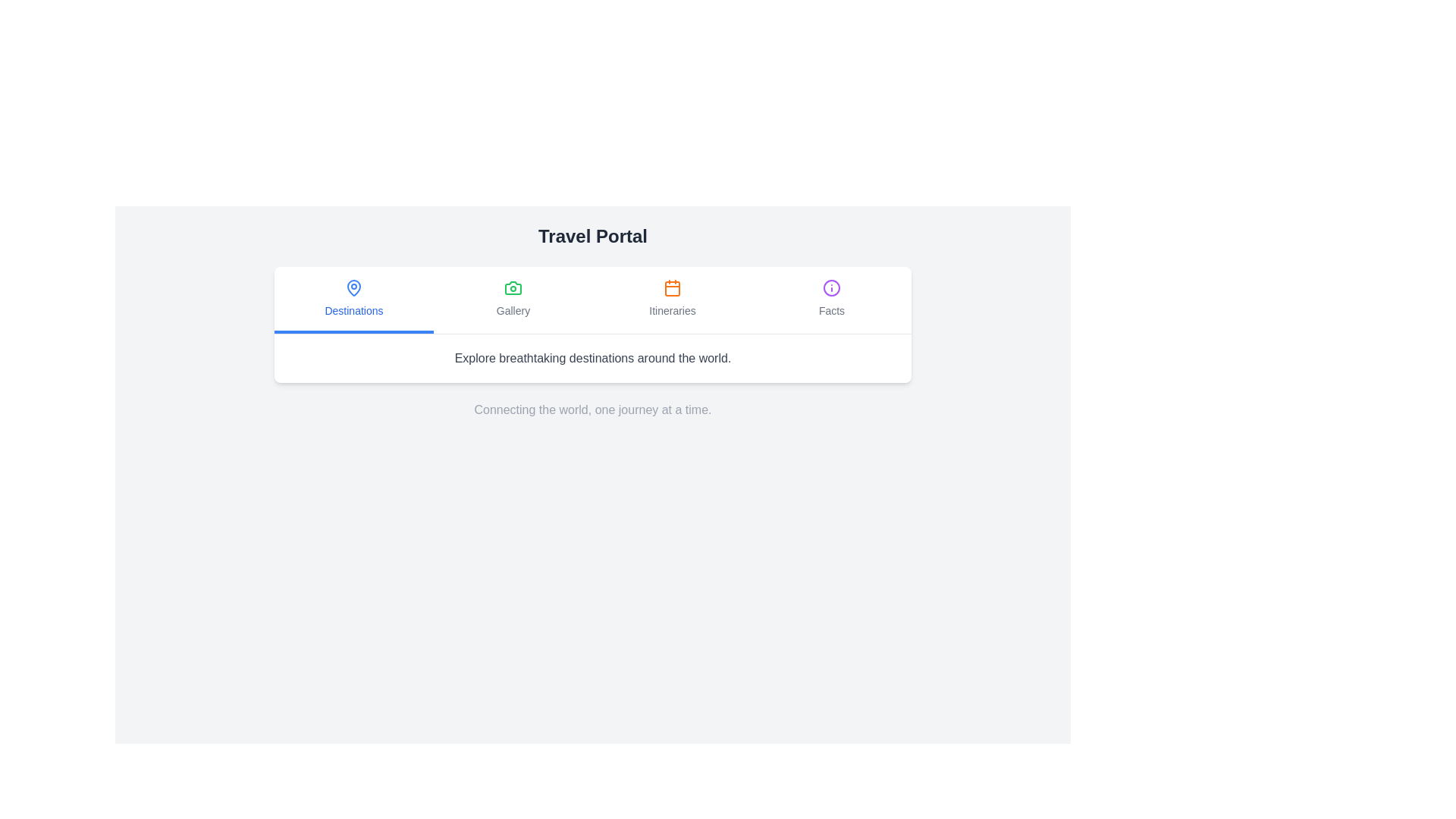 The image size is (1456, 819). Describe the element at coordinates (672, 298) in the screenshot. I see `the 'Itineraries' button with an orange calendar icon in the navigation bar` at that location.